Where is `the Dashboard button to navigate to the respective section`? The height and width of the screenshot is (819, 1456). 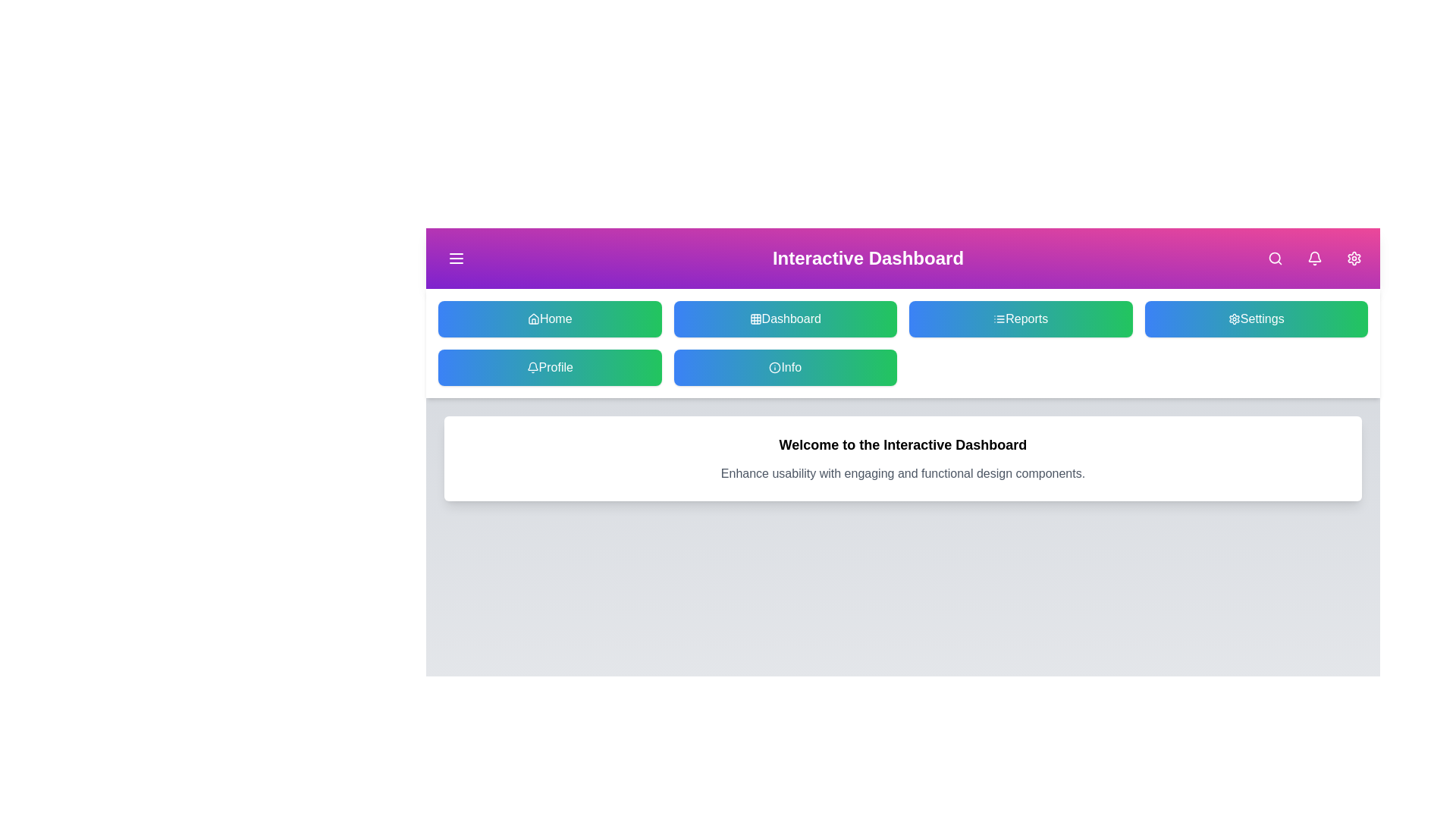 the Dashboard button to navigate to the respective section is located at coordinates (785, 318).